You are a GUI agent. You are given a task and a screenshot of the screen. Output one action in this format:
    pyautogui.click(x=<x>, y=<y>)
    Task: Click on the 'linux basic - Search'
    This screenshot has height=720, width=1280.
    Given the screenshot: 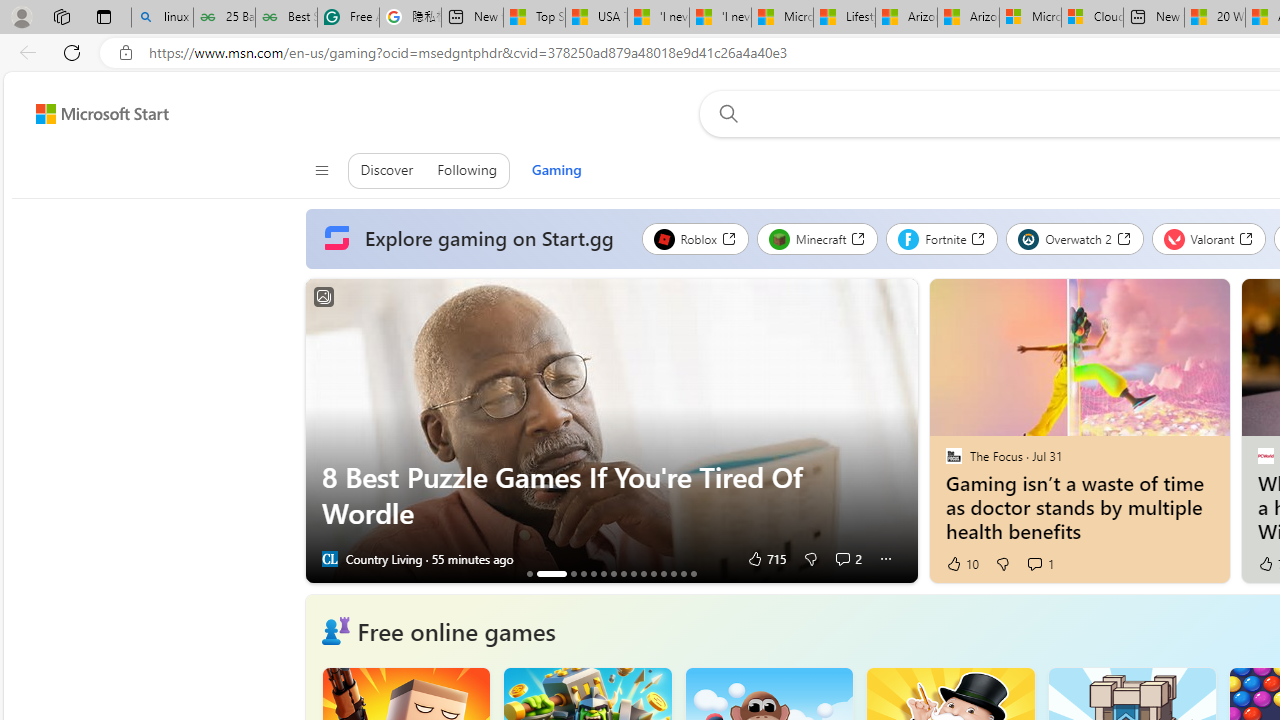 What is the action you would take?
    pyautogui.click(x=162, y=17)
    